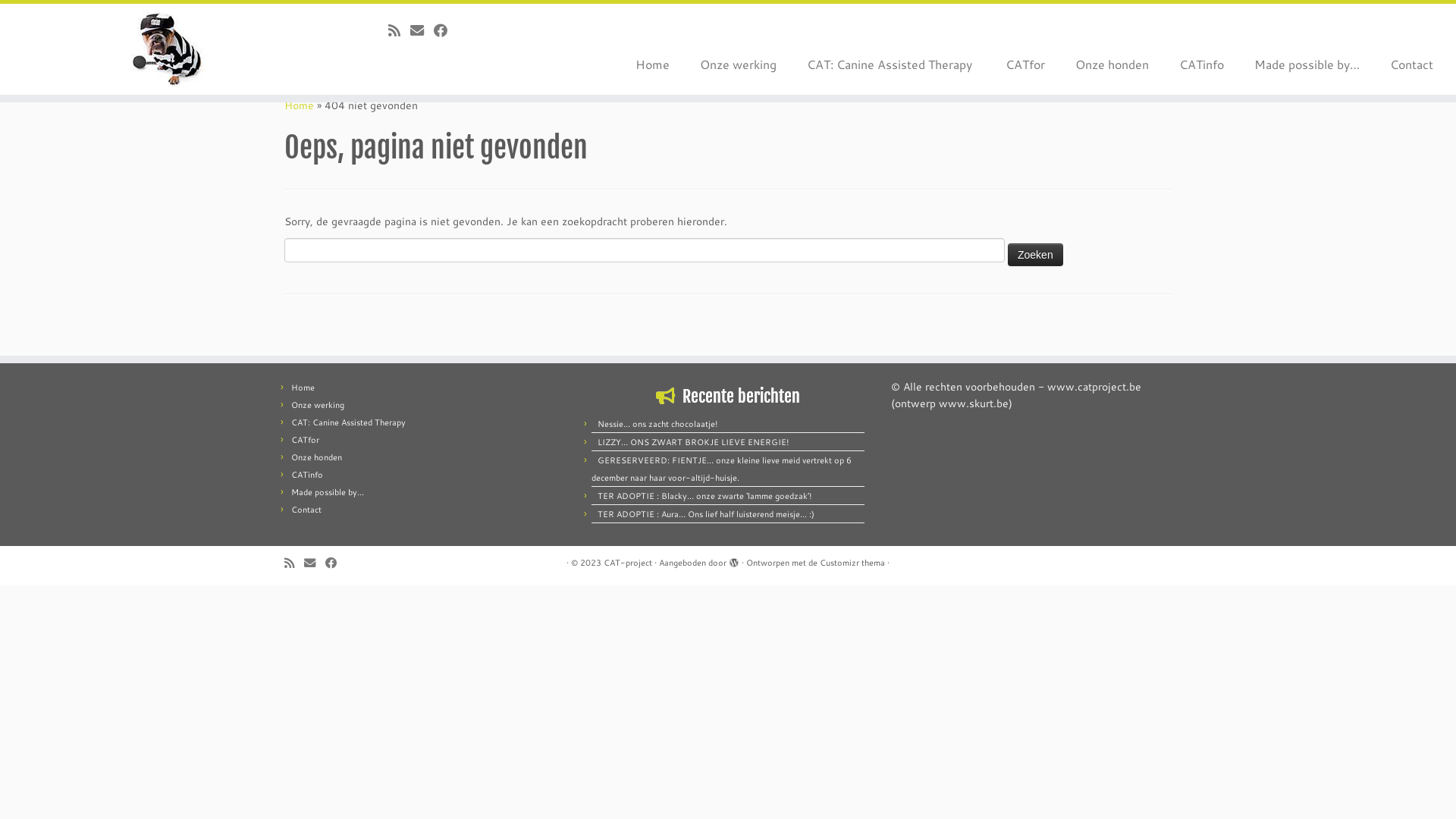 This screenshot has width=1456, height=819. Describe the element at coordinates (728, 559) in the screenshot. I see `'Mogelijk gemaakt door WordPress'` at that location.